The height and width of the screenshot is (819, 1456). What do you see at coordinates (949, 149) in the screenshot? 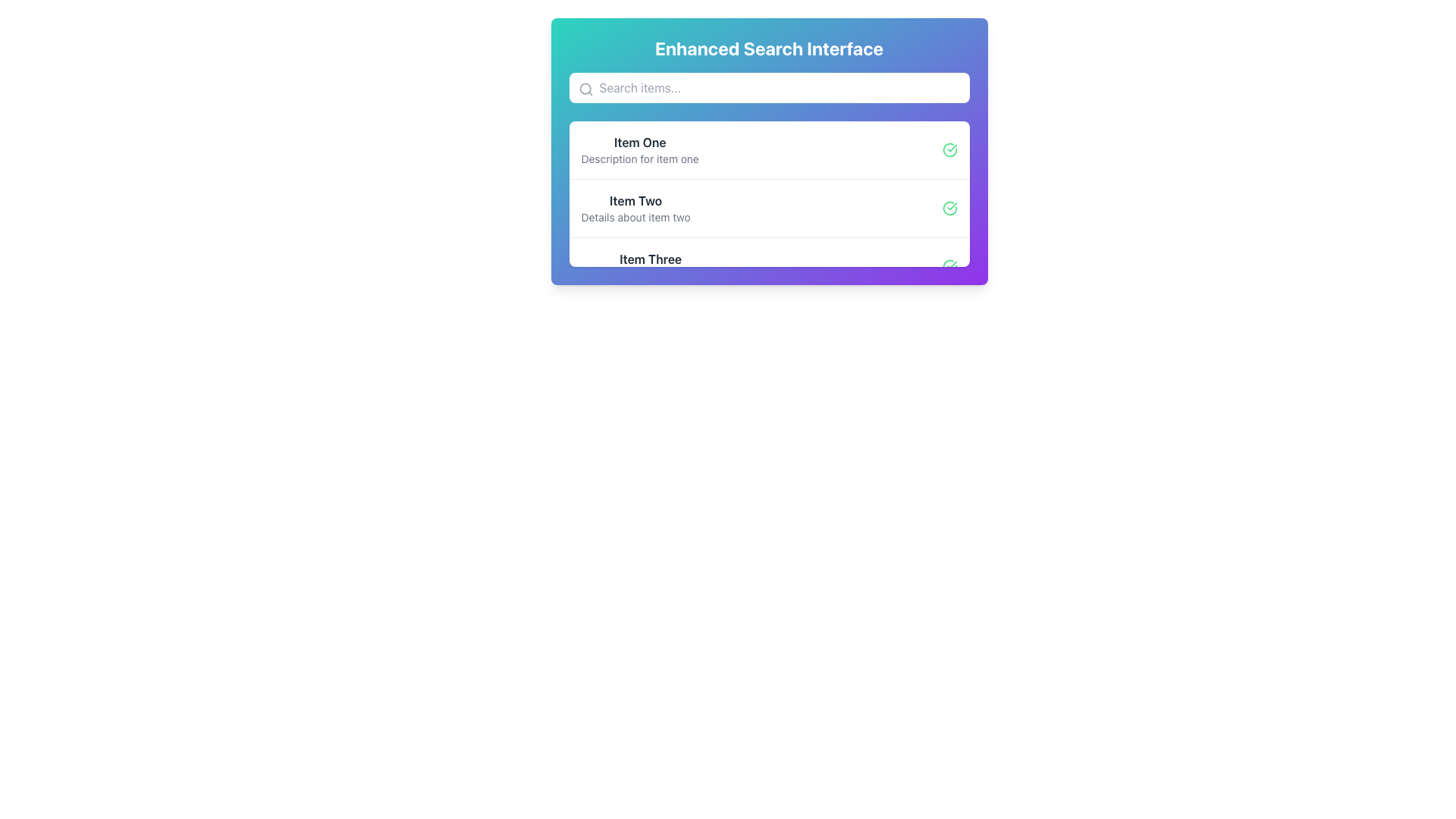
I see `the circular green bordered icon with a check symbol located to the right of 'Item One' for additional information` at bounding box center [949, 149].